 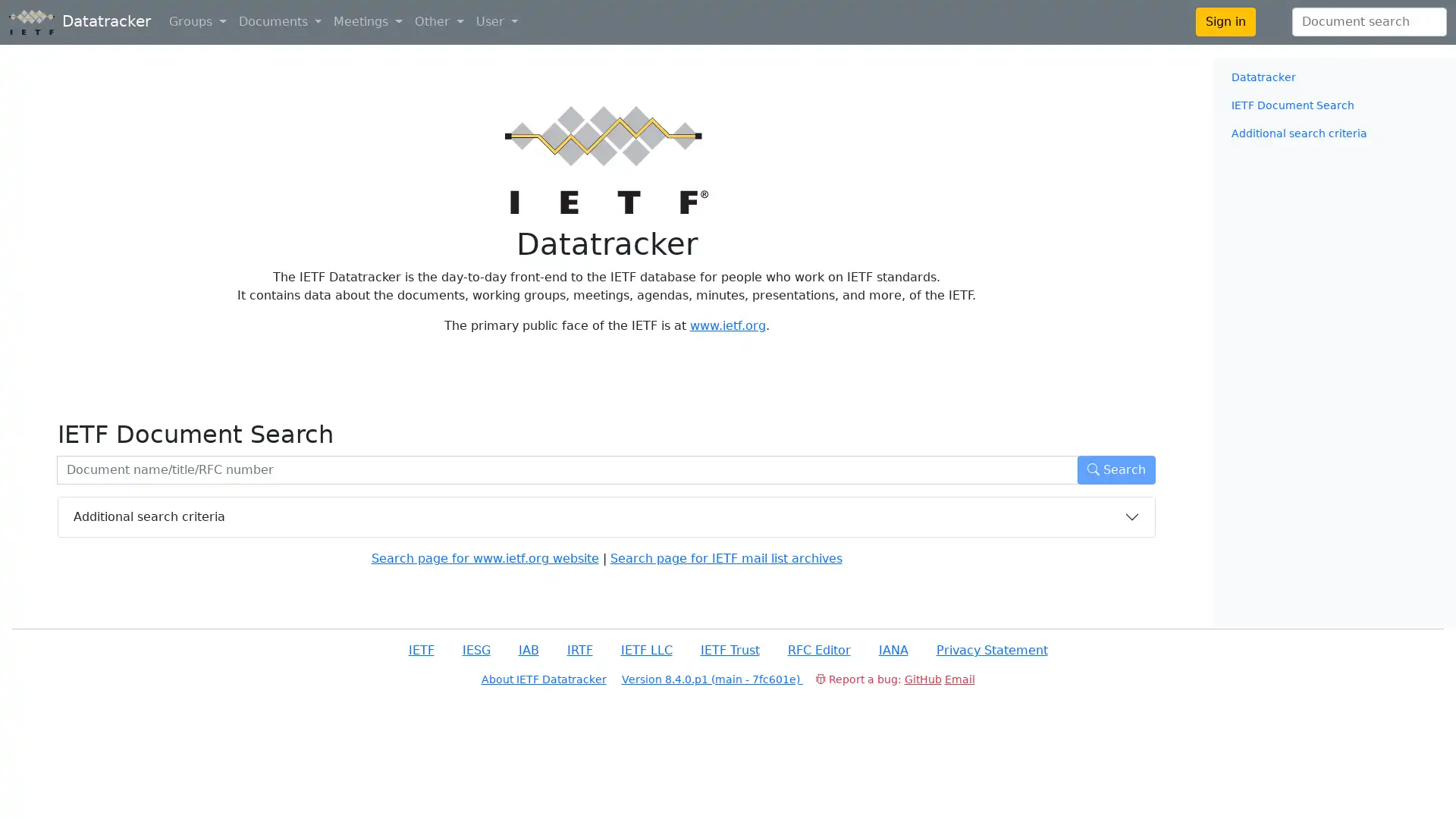 What do you see at coordinates (496, 22) in the screenshot?
I see `User` at bounding box center [496, 22].